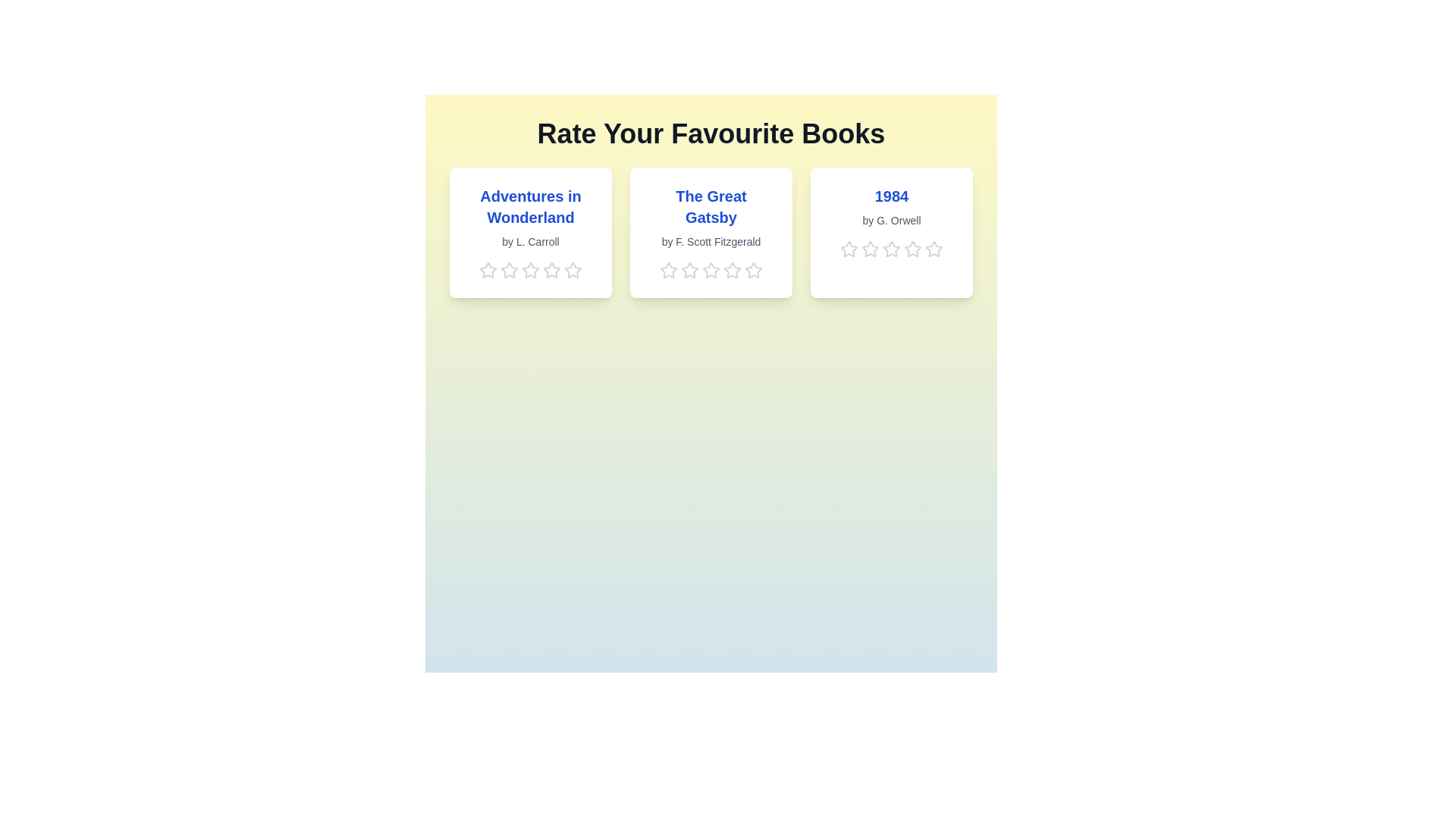 This screenshot has height=819, width=1456. Describe the element at coordinates (710, 270) in the screenshot. I see `the 3 star for the book titled 'The Great Gatsby'` at that location.